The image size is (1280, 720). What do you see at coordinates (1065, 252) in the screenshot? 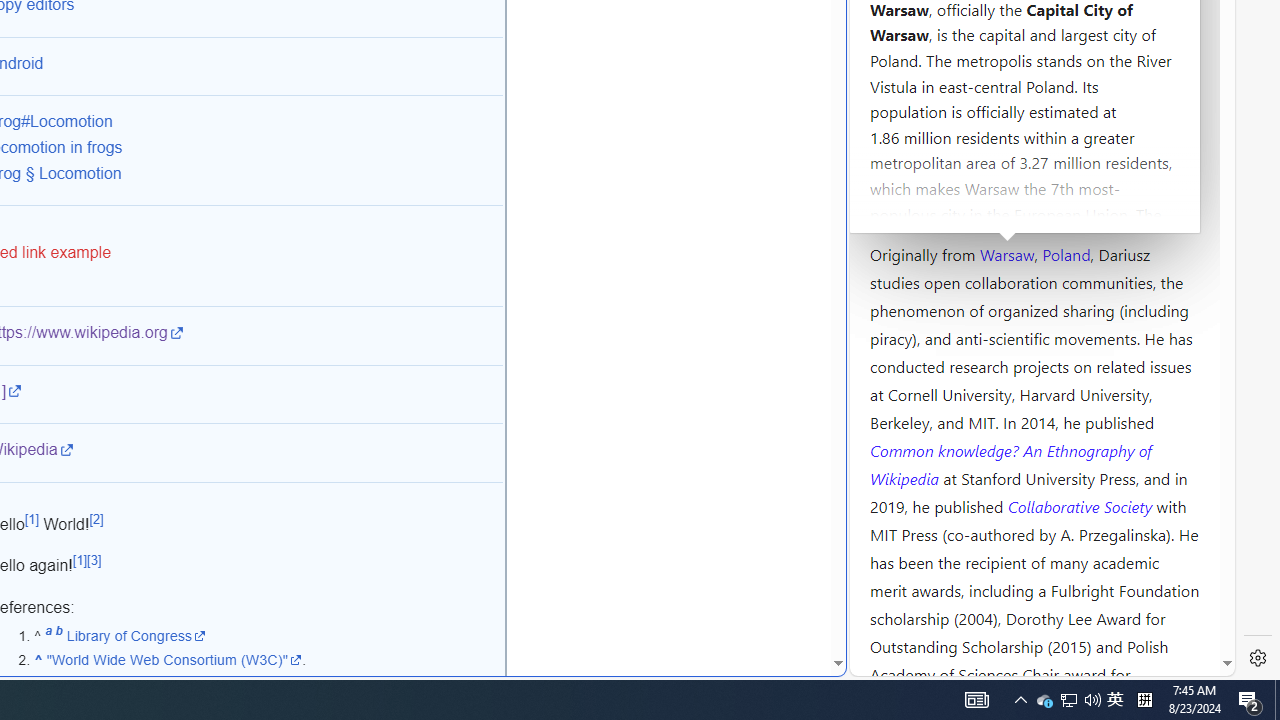
I see `'Poland'` at bounding box center [1065, 252].